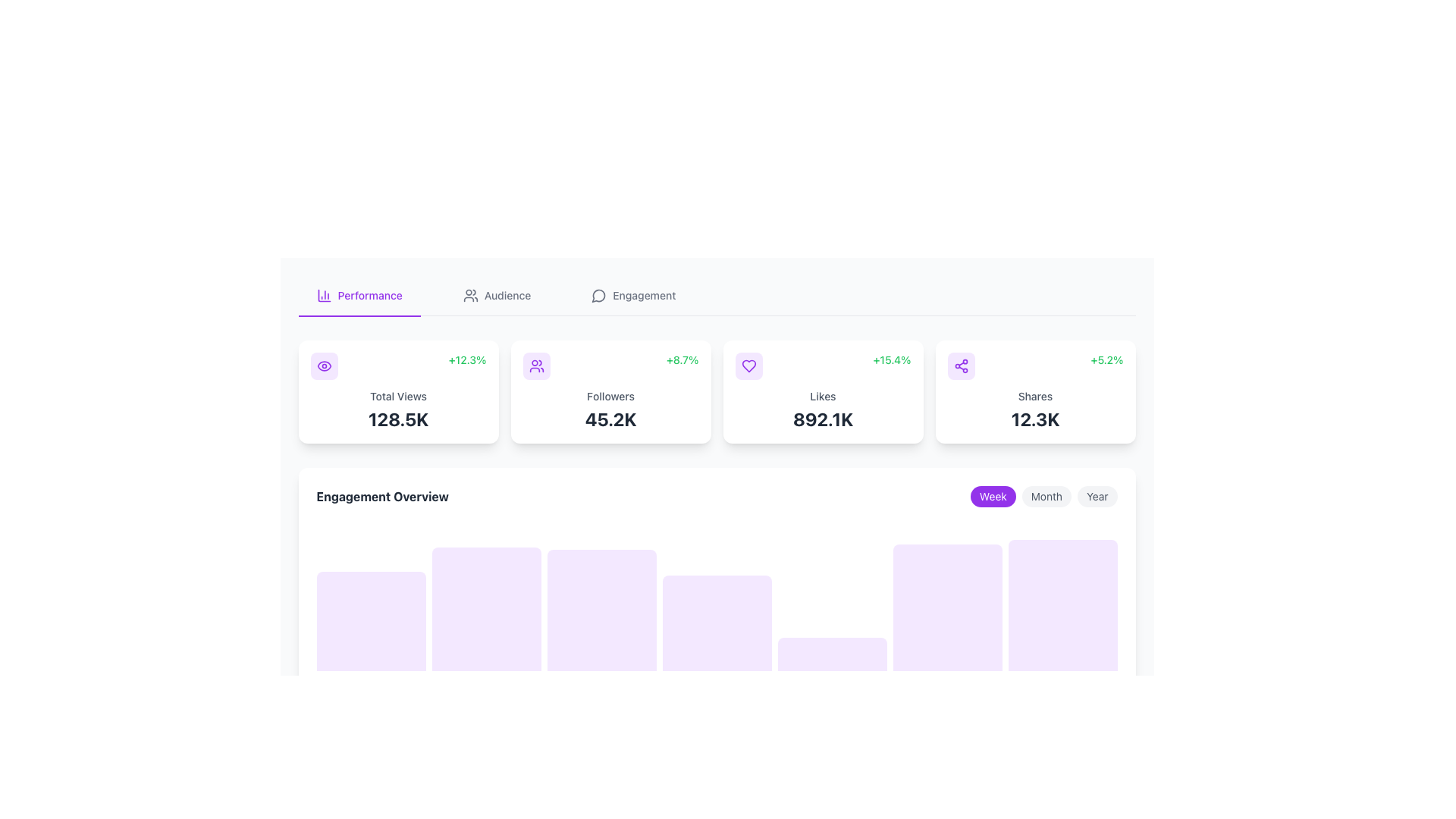 The height and width of the screenshot is (819, 1456). I want to click on the 'Followers' static text label, which is centrally aligned in the second card from the left in the top row of the dashboard, located beneath the increase percentage icon and above the numeric representation of '45.2K', so click(610, 396).